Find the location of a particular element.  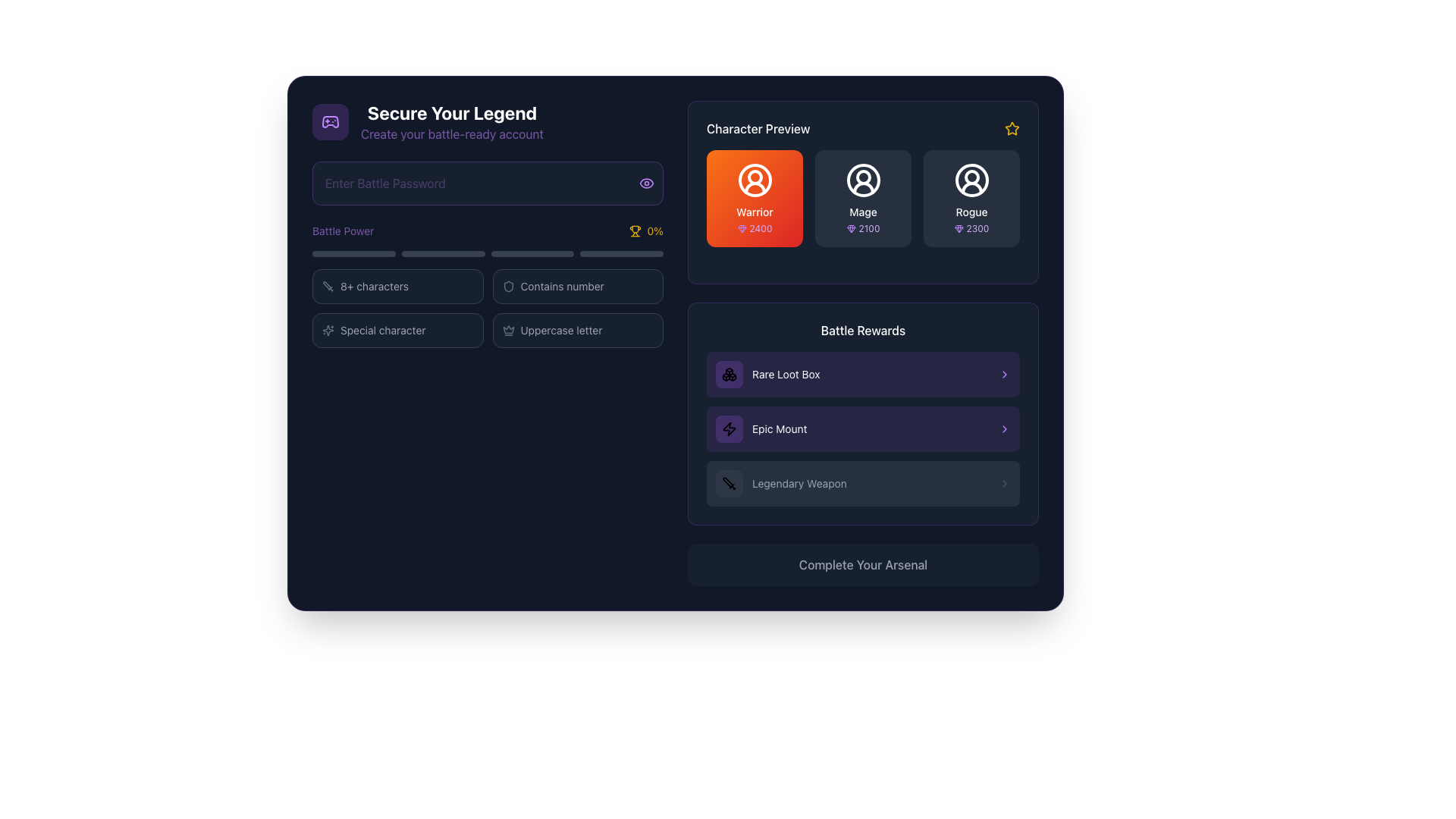

the Text label that serves as a section title for character details, located in the upper right part of the interface is located at coordinates (758, 127).